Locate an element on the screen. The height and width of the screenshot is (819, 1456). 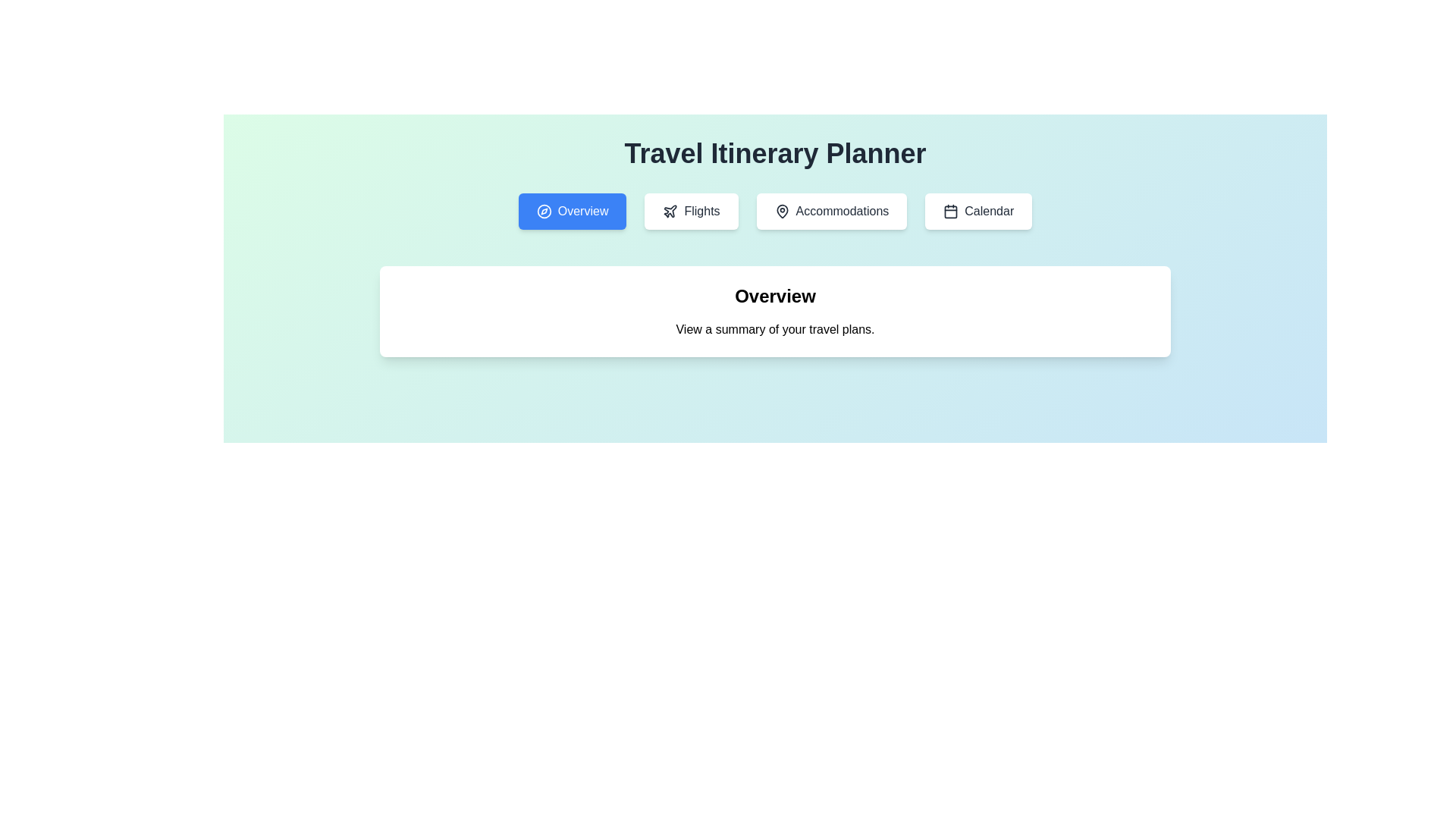
the 'Overview' button, which is represented by the icon located at the left side of the interface is located at coordinates (544, 211).